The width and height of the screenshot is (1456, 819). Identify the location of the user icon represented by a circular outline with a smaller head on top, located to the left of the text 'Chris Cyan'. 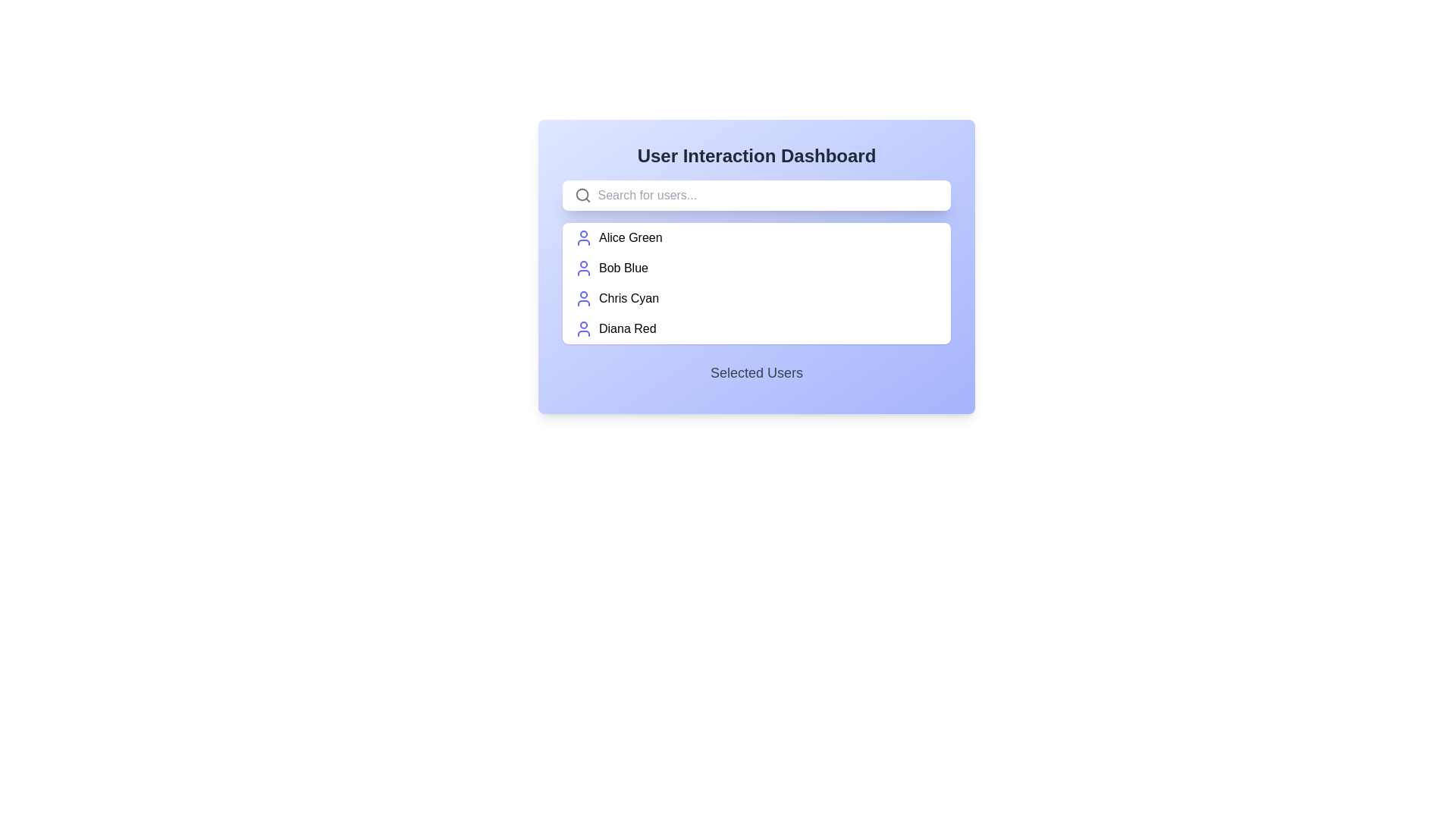
(582, 298).